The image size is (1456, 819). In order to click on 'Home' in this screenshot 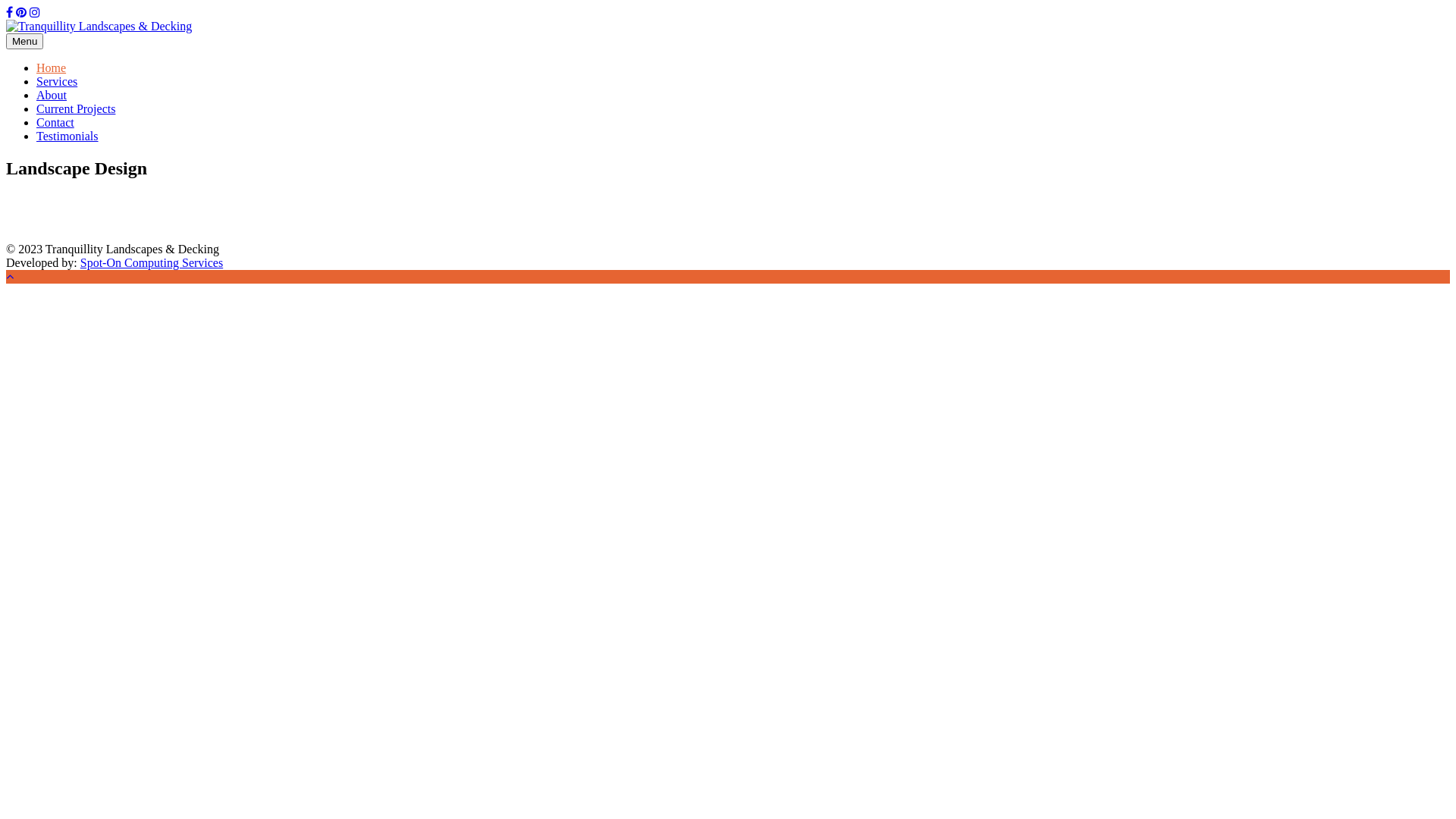, I will do `click(51, 67)`.